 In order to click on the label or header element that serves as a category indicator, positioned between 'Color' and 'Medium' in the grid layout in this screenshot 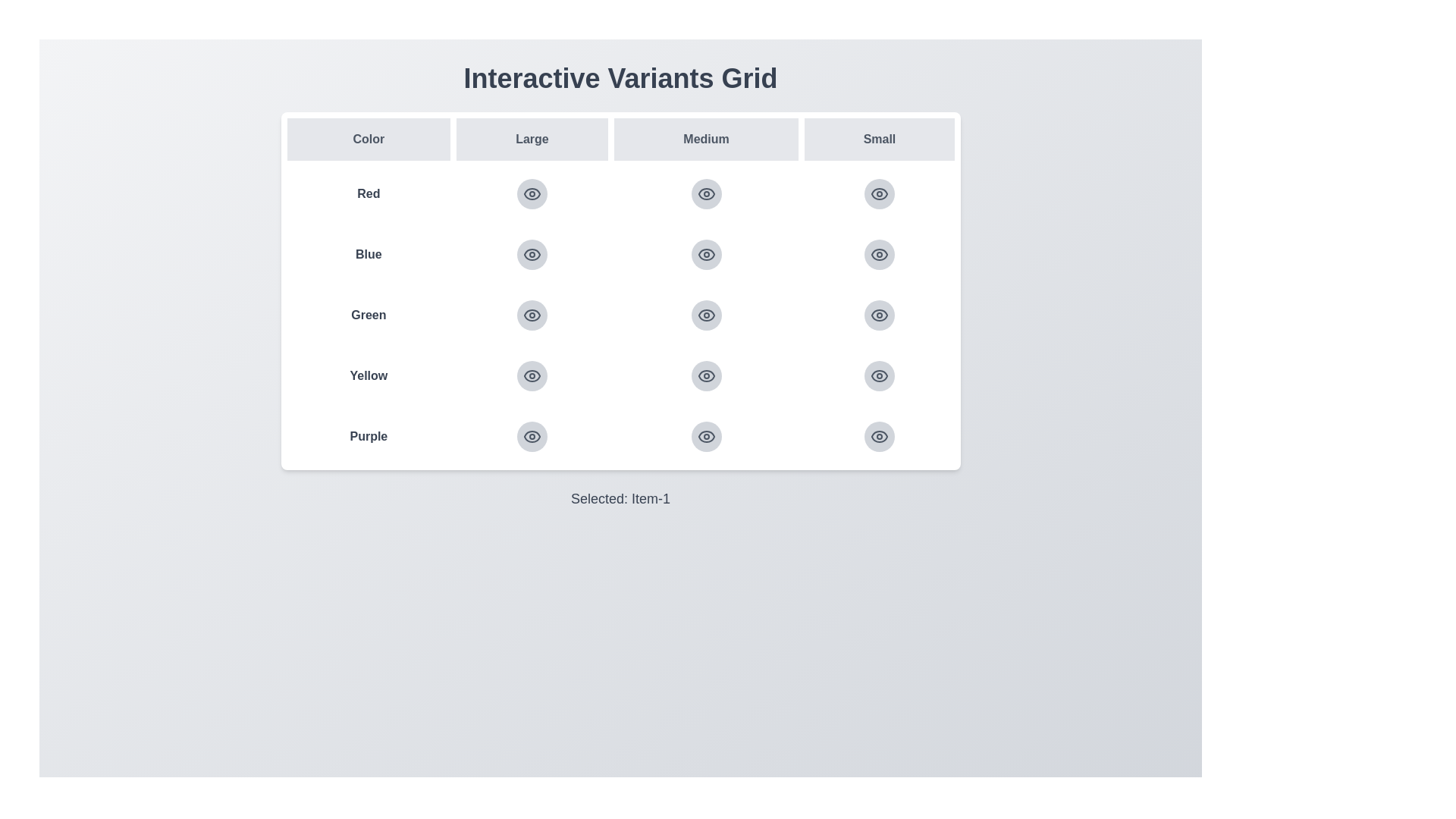, I will do `click(532, 140)`.